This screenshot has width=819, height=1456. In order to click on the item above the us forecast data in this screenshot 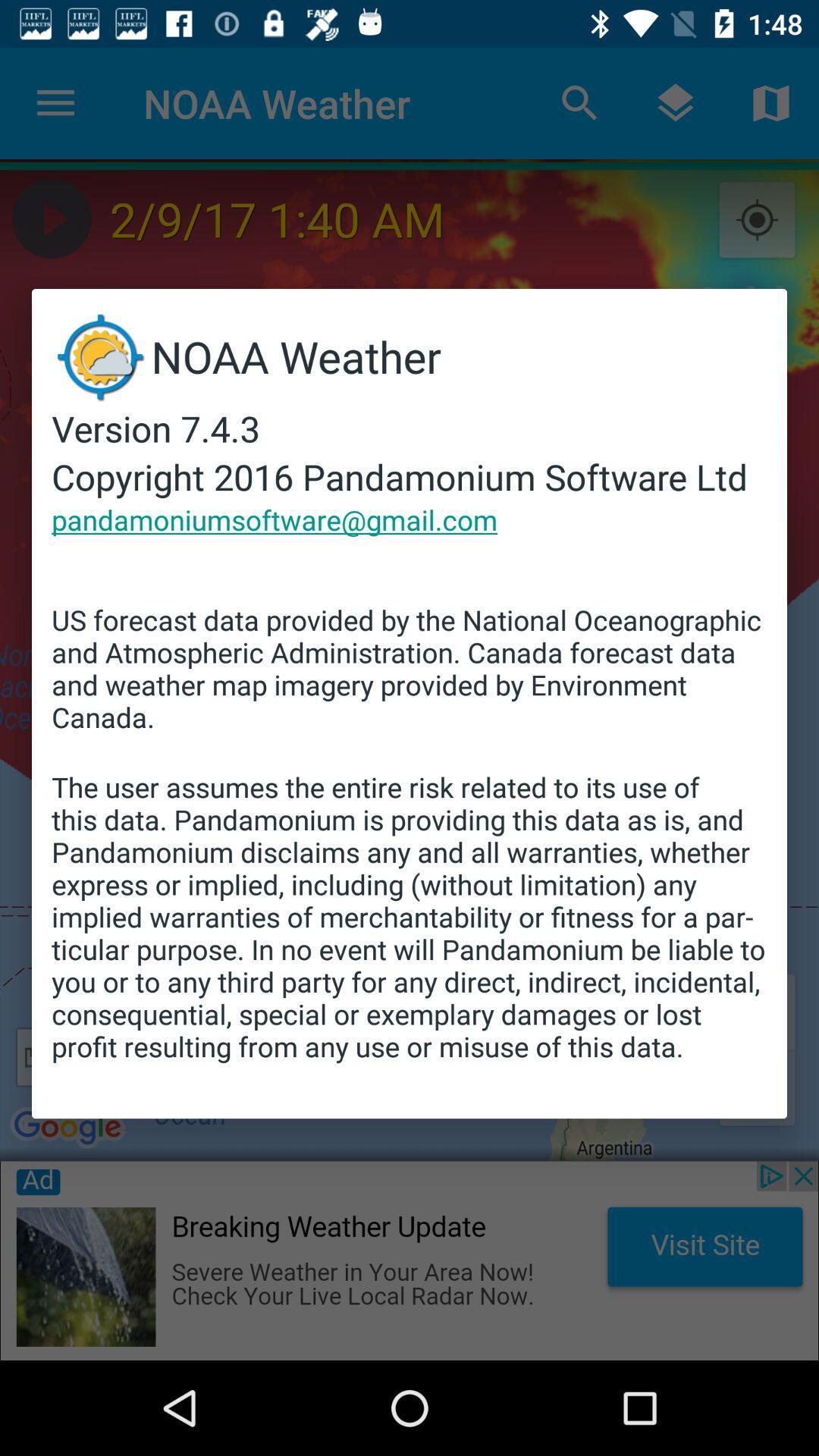, I will do `click(275, 519)`.